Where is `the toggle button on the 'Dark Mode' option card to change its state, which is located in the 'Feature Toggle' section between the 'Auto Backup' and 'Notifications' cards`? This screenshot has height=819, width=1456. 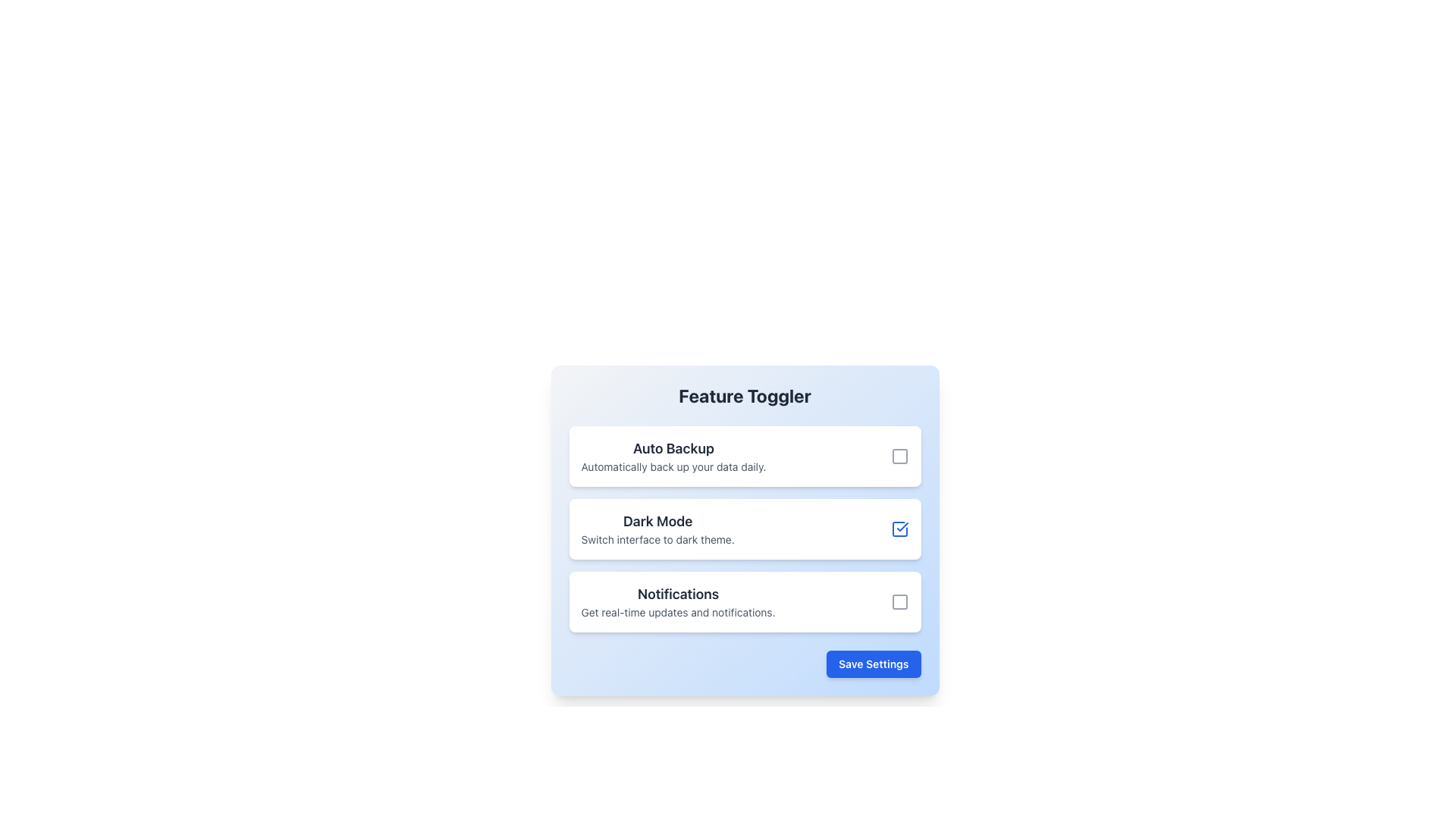 the toggle button on the 'Dark Mode' option card to change its state, which is located in the 'Feature Toggle' section between the 'Auto Backup' and 'Notifications' cards is located at coordinates (745, 529).